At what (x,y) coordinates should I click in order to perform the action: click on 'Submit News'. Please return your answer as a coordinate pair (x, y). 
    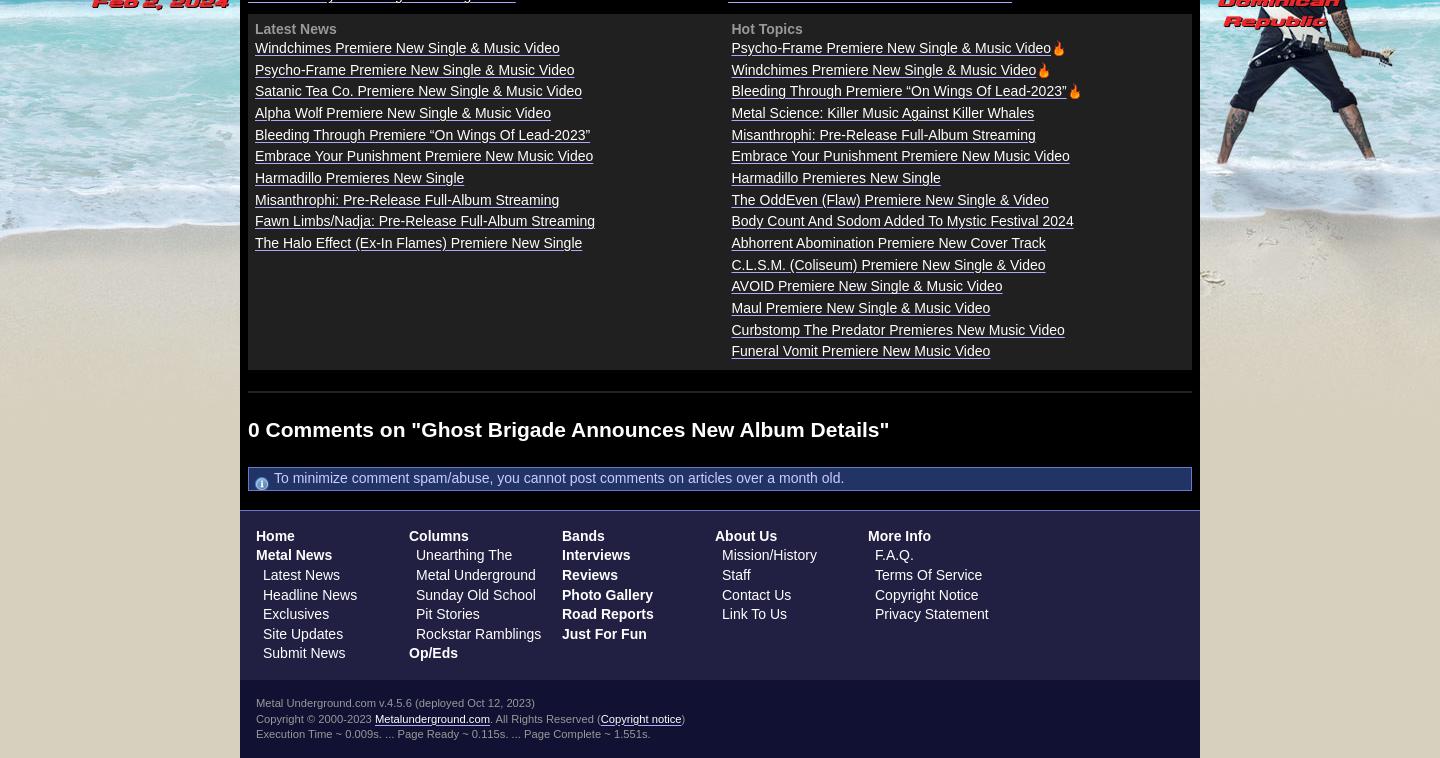
    Looking at the image, I should click on (303, 653).